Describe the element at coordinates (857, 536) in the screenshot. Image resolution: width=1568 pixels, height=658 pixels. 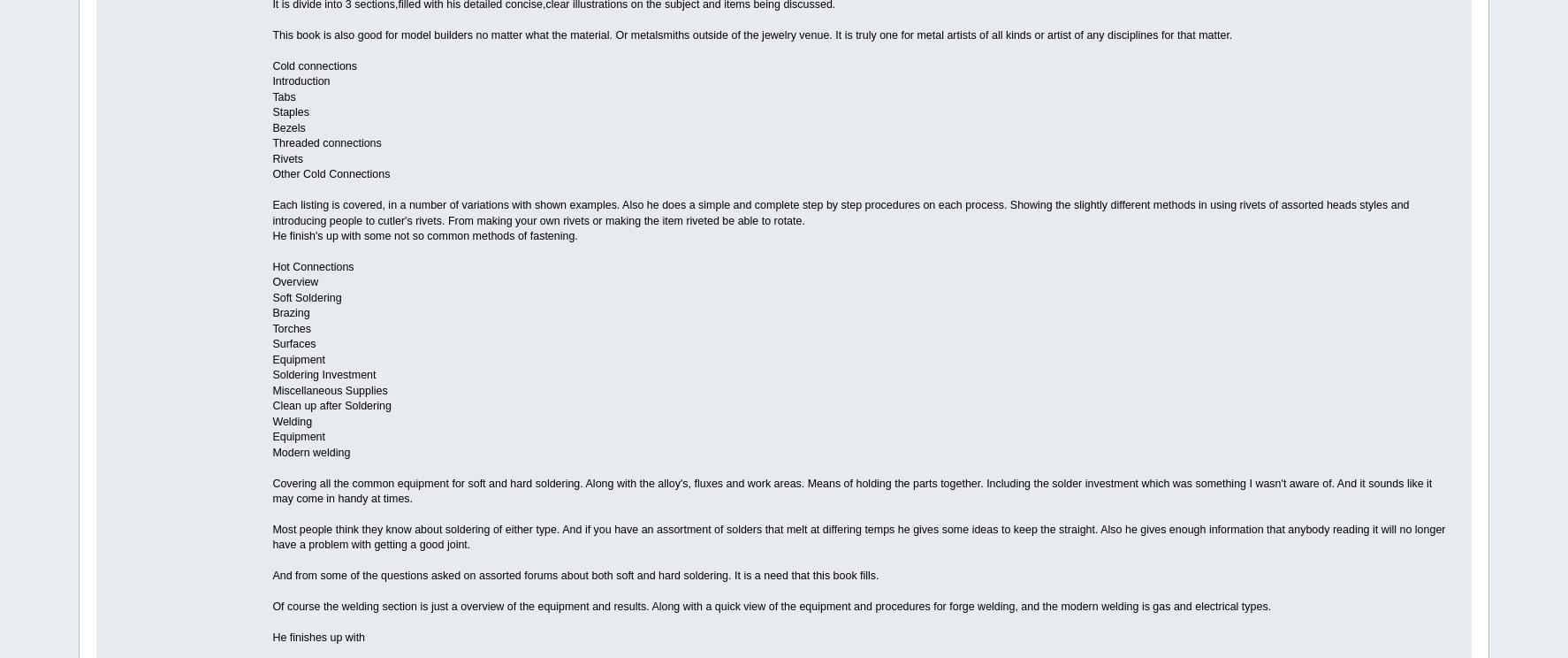
I see `'Most people think they know about soldering of either type. And if you have an assortment of solders that melt at differing temps he gives some ideas to keep the straight. Also he gives enough information that anybody reading it will no longer have a problem with getting a good joint.'` at that location.